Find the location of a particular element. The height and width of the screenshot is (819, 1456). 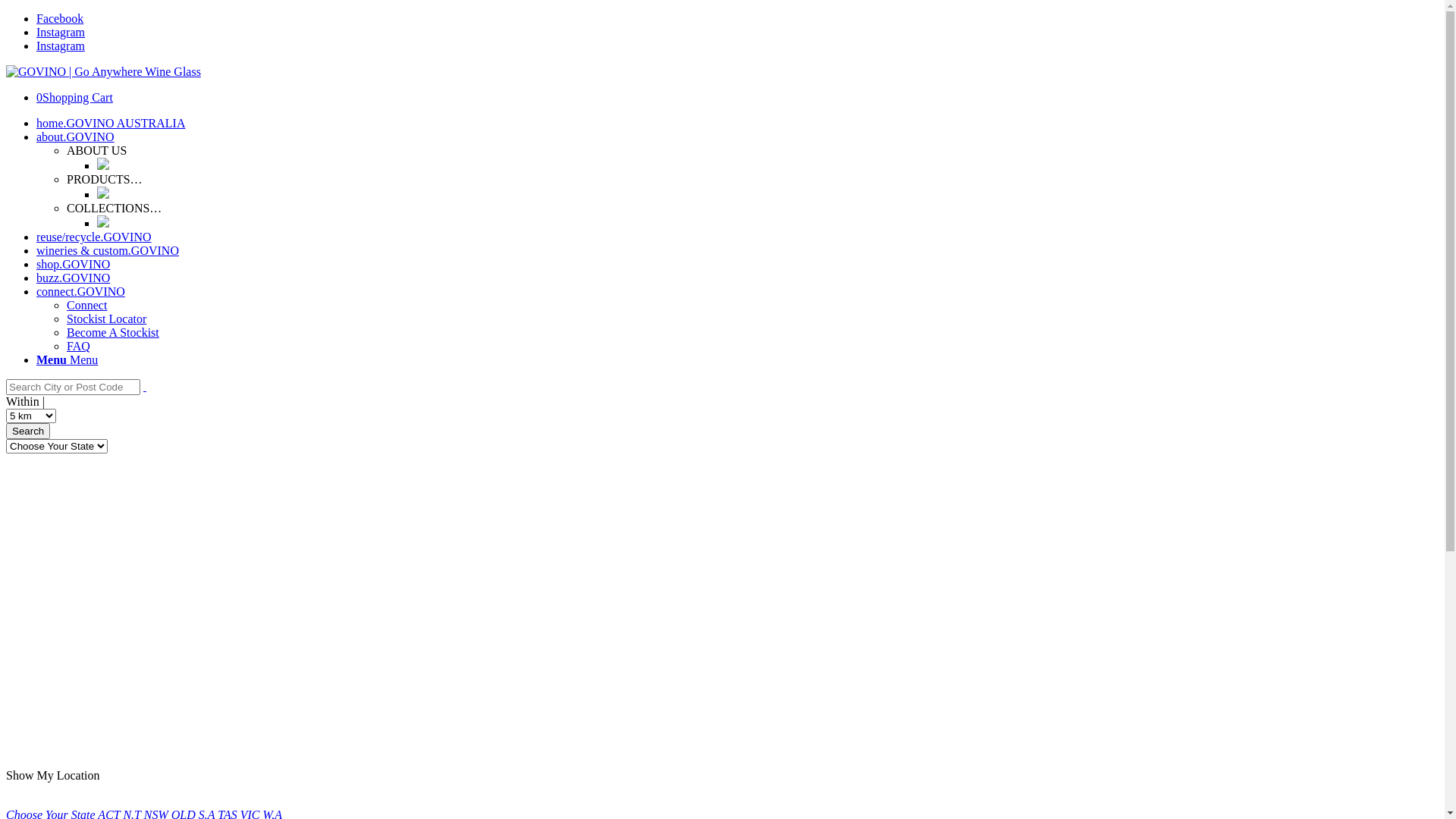

'Connect' is located at coordinates (86, 305).